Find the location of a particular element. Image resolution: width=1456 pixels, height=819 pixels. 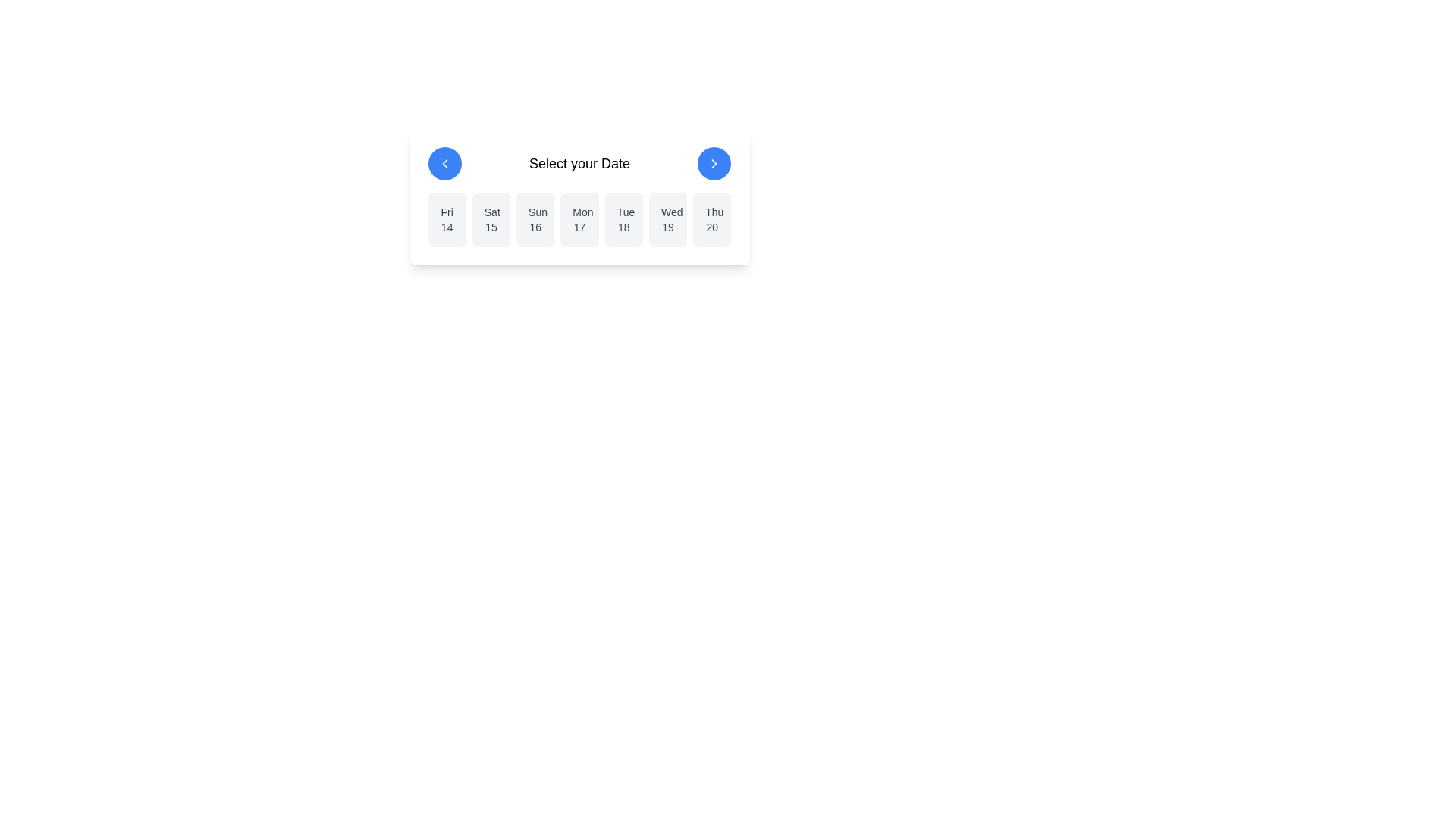

the header label that reads 'Select your Date', which is centrally located between two navigation buttons in the date selection interface is located at coordinates (579, 164).